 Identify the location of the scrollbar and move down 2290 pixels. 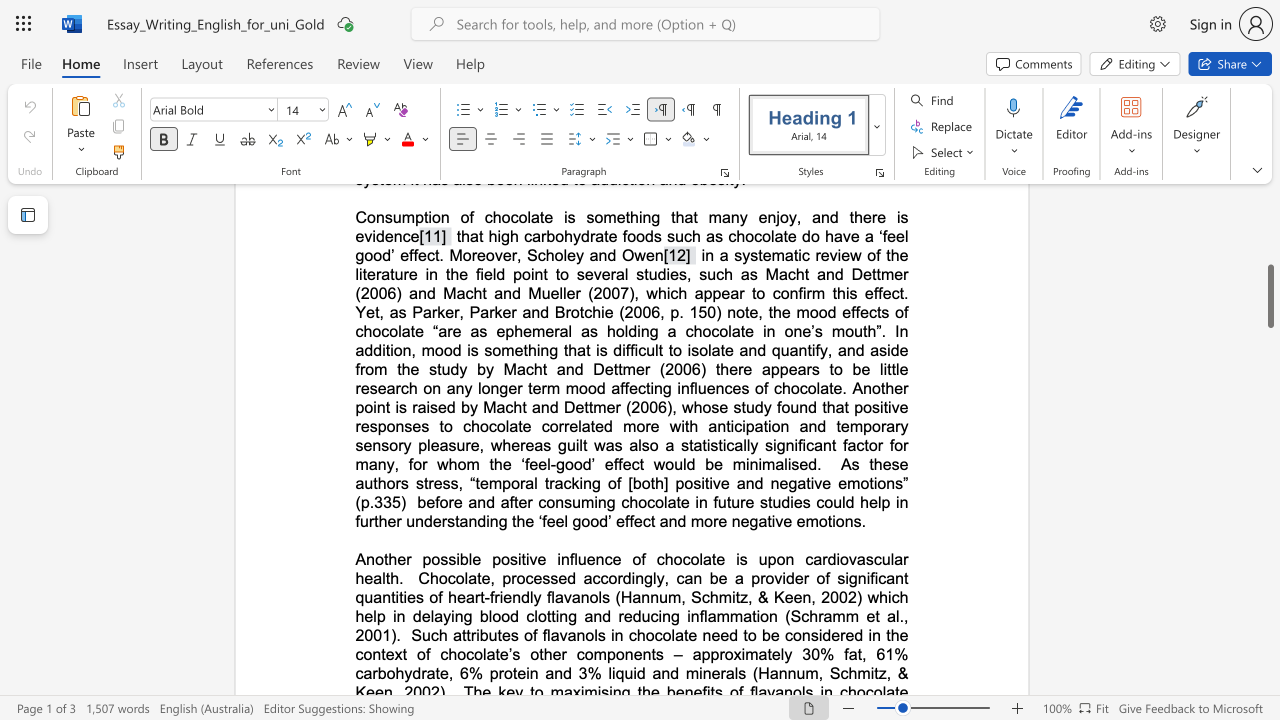
(1269, 296).